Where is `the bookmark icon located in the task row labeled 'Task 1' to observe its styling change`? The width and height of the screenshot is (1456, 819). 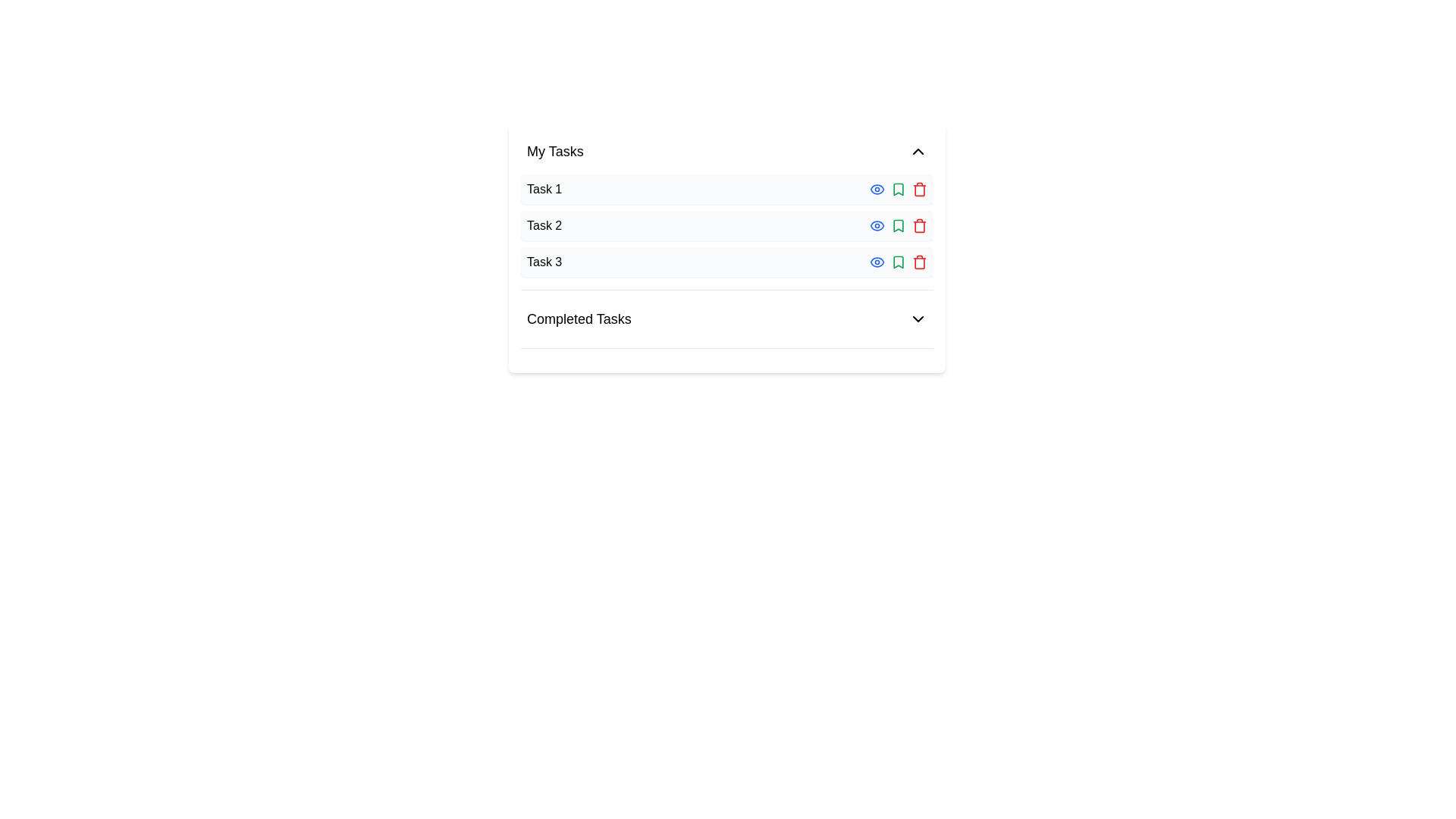 the bookmark icon located in the task row labeled 'Task 1' to observe its styling change is located at coordinates (899, 189).